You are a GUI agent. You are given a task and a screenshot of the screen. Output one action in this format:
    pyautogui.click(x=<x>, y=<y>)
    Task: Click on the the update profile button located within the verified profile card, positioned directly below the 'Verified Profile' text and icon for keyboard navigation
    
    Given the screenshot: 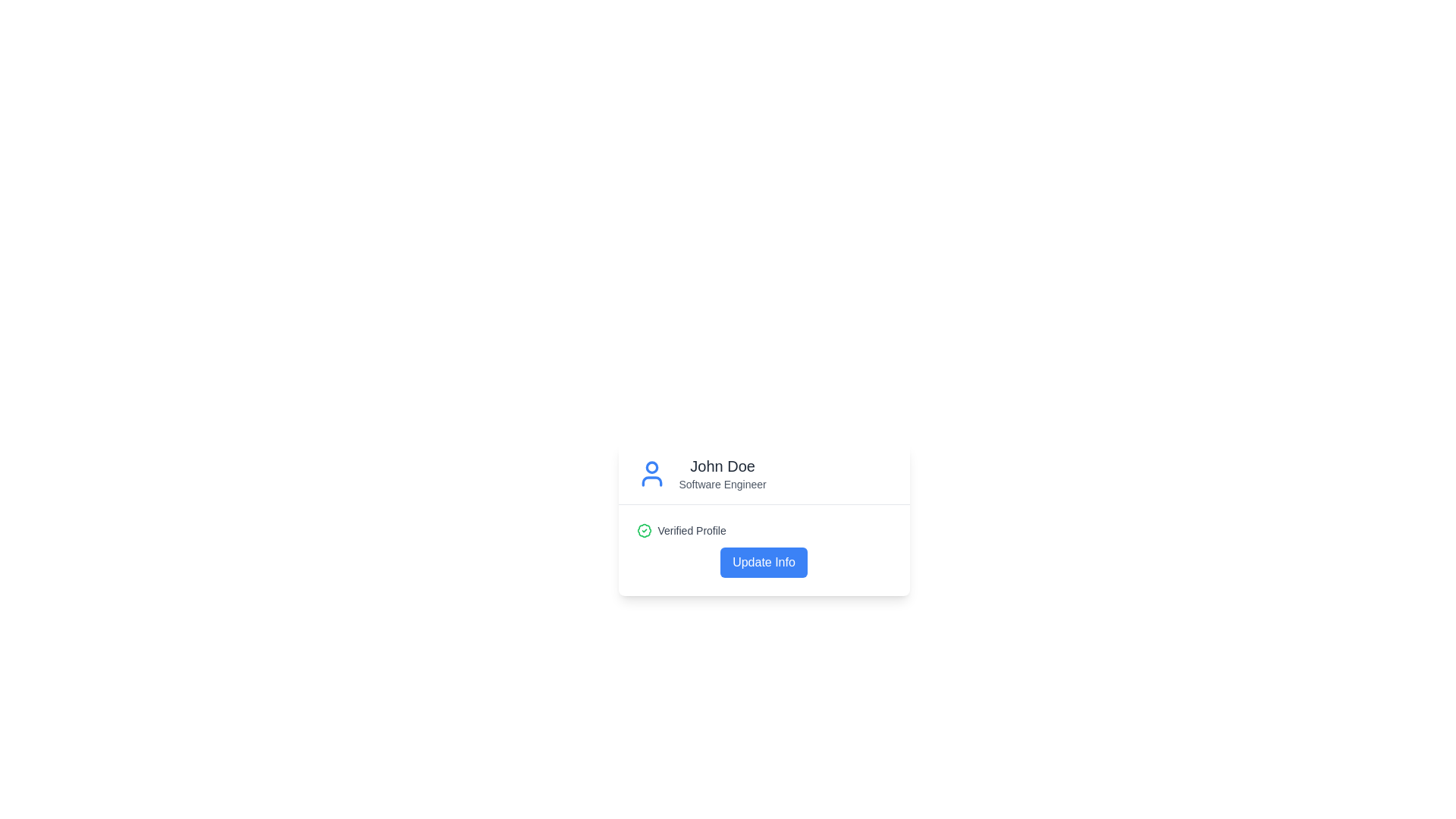 What is the action you would take?
    pyautogui.click(x=764, y=562)
    